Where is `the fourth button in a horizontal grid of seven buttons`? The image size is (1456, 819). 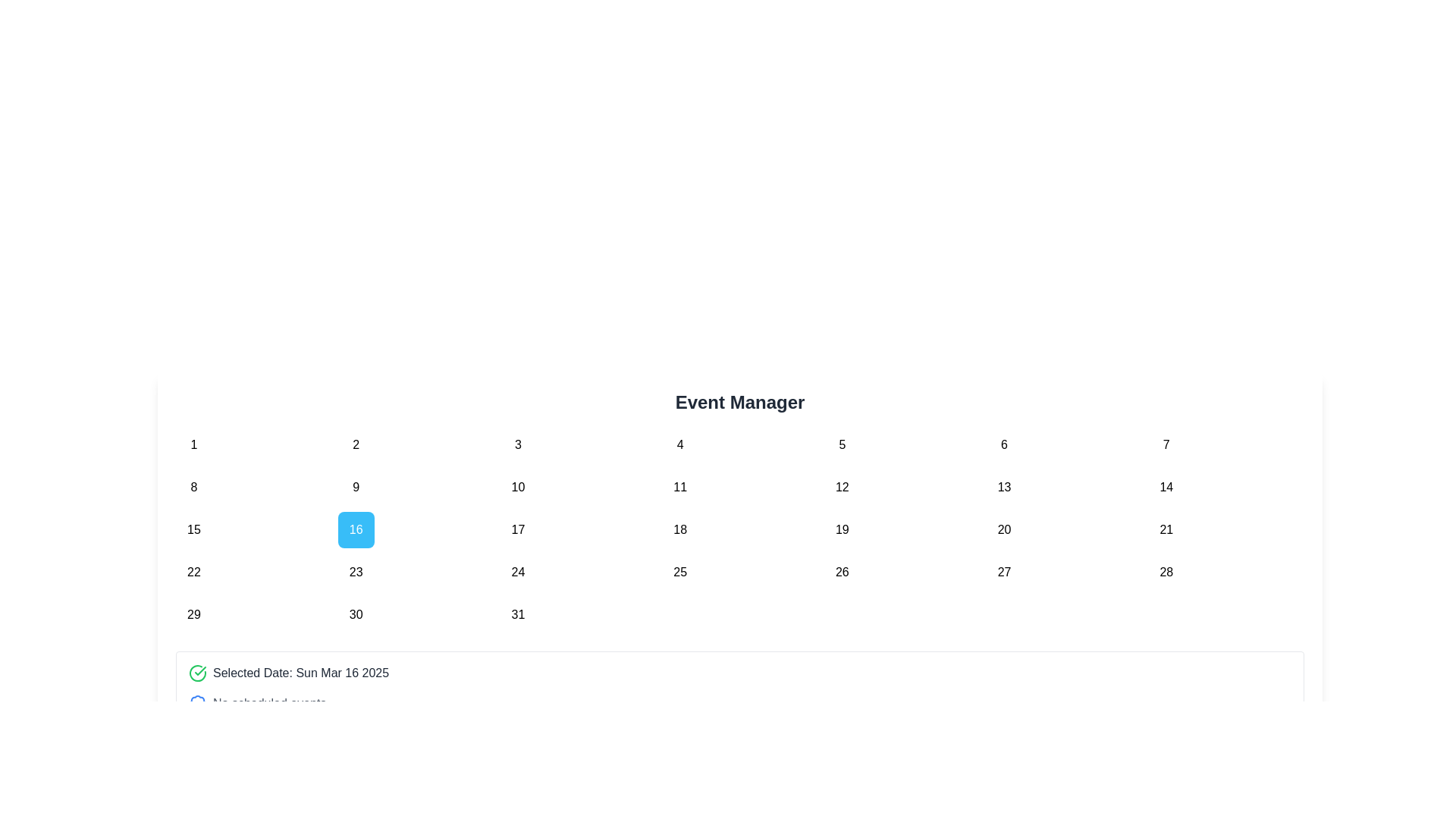
the fourth button in a horizontal grid of seven buttons is located at coordinates (679, 444).